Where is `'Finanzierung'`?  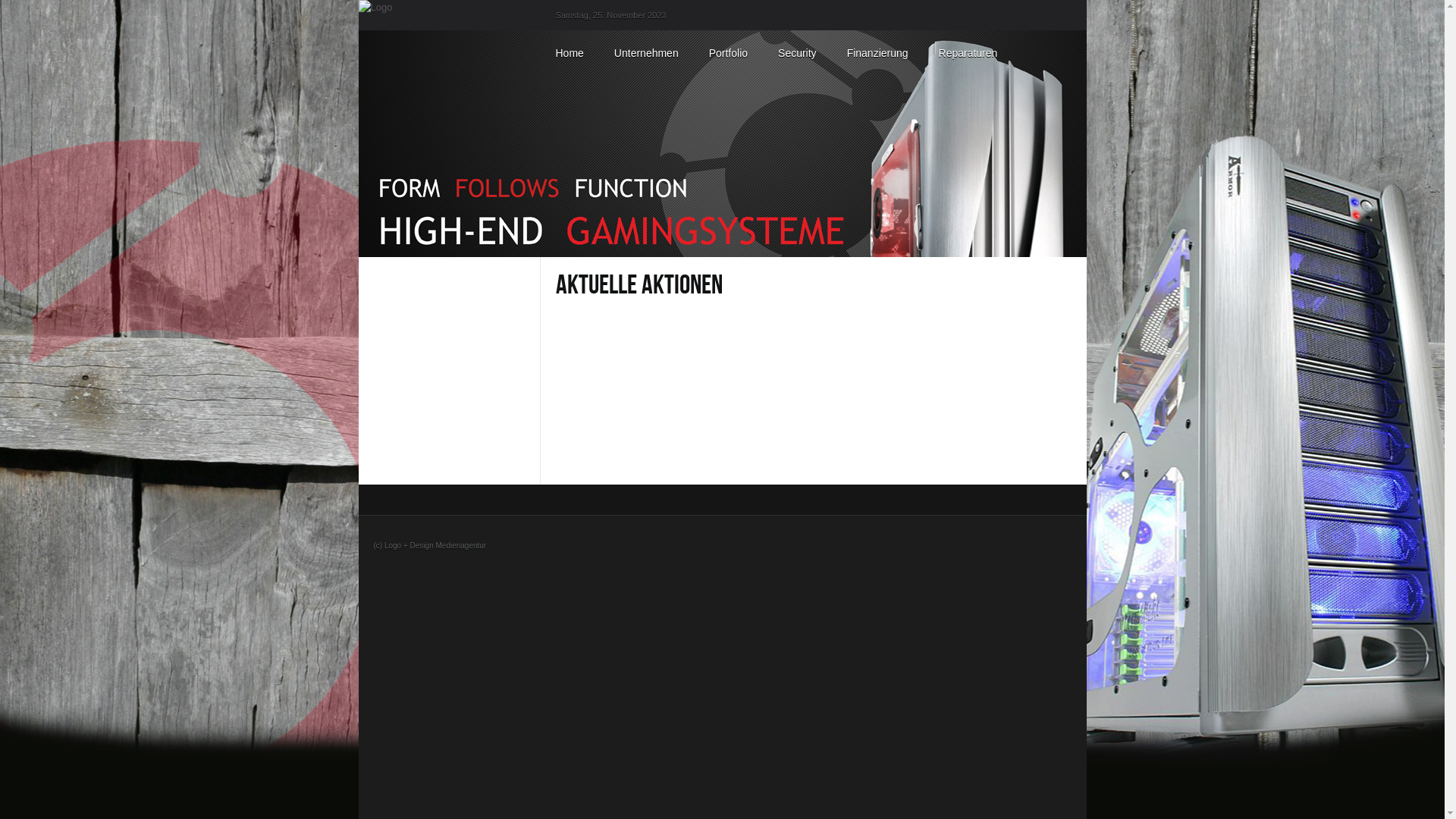 'Finanzierung' is located at coordinates (877, 52).